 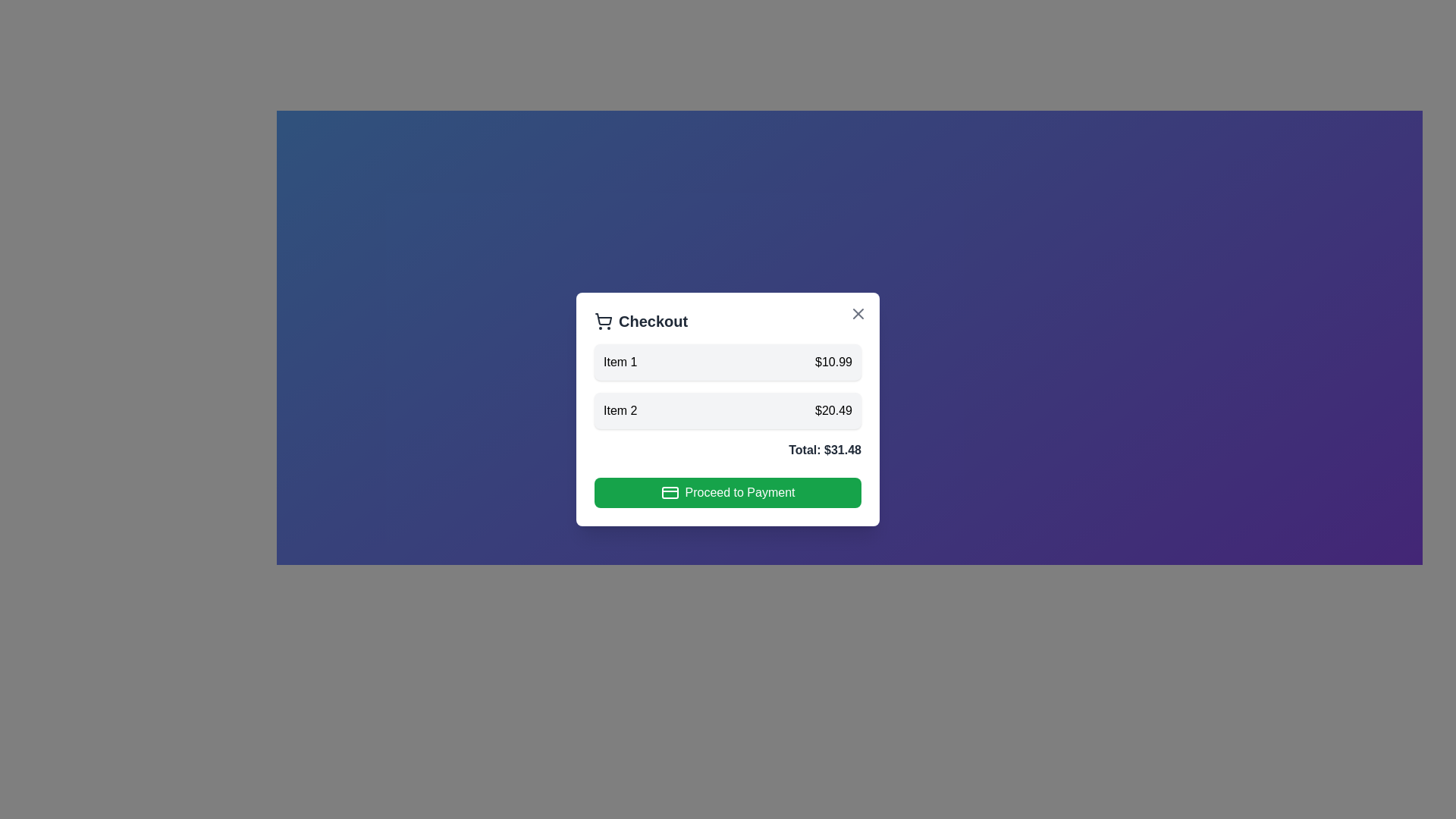 What do you see at coordinates (833, 411) in the screenshot?
I see `the price label indicating the price of an item in the checkout summary, located directly to the right of the label 'Item 2'` at bounding box center [833, 411].